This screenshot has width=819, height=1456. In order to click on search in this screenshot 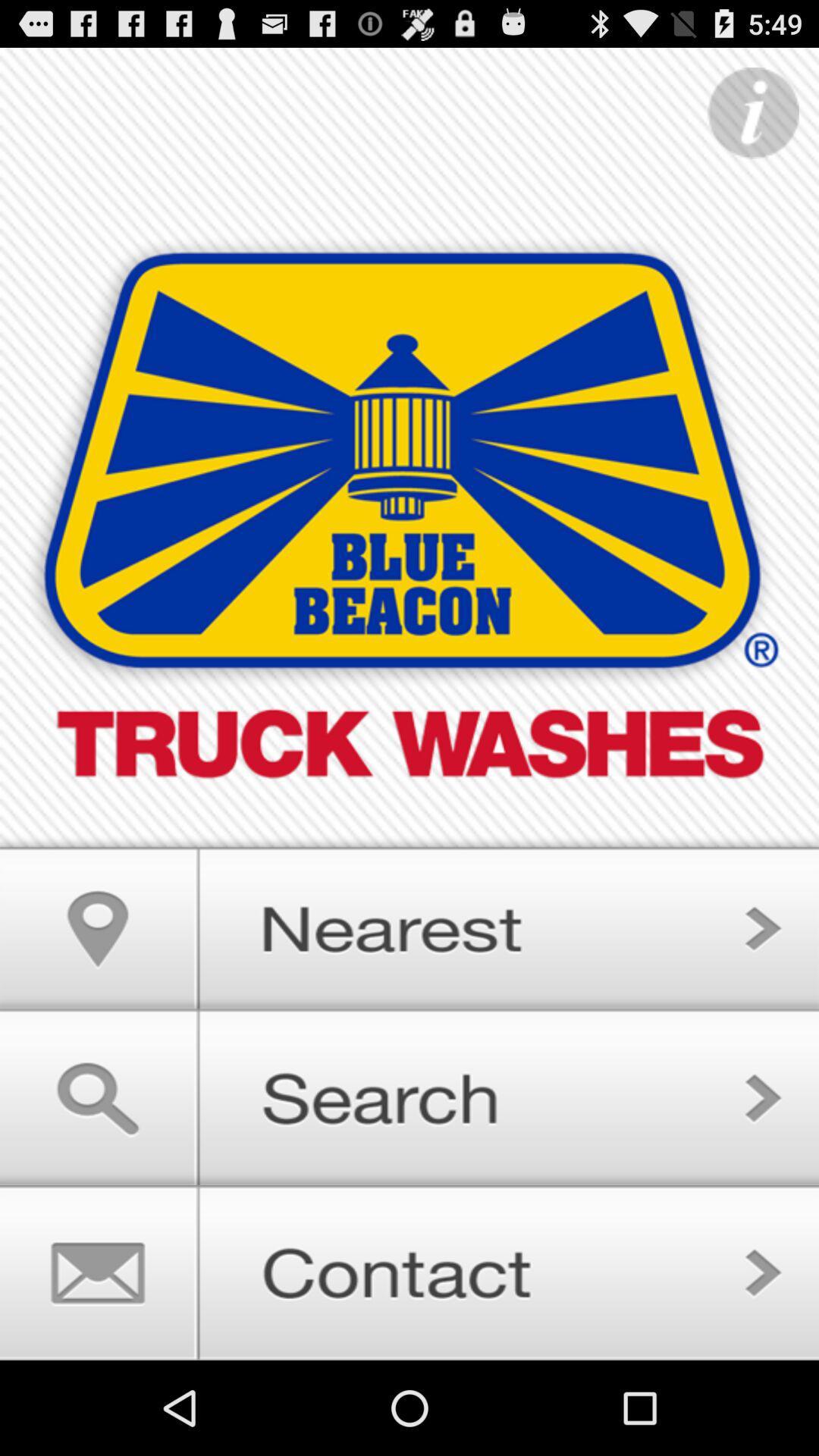, I will do `click(409, 1097)`.